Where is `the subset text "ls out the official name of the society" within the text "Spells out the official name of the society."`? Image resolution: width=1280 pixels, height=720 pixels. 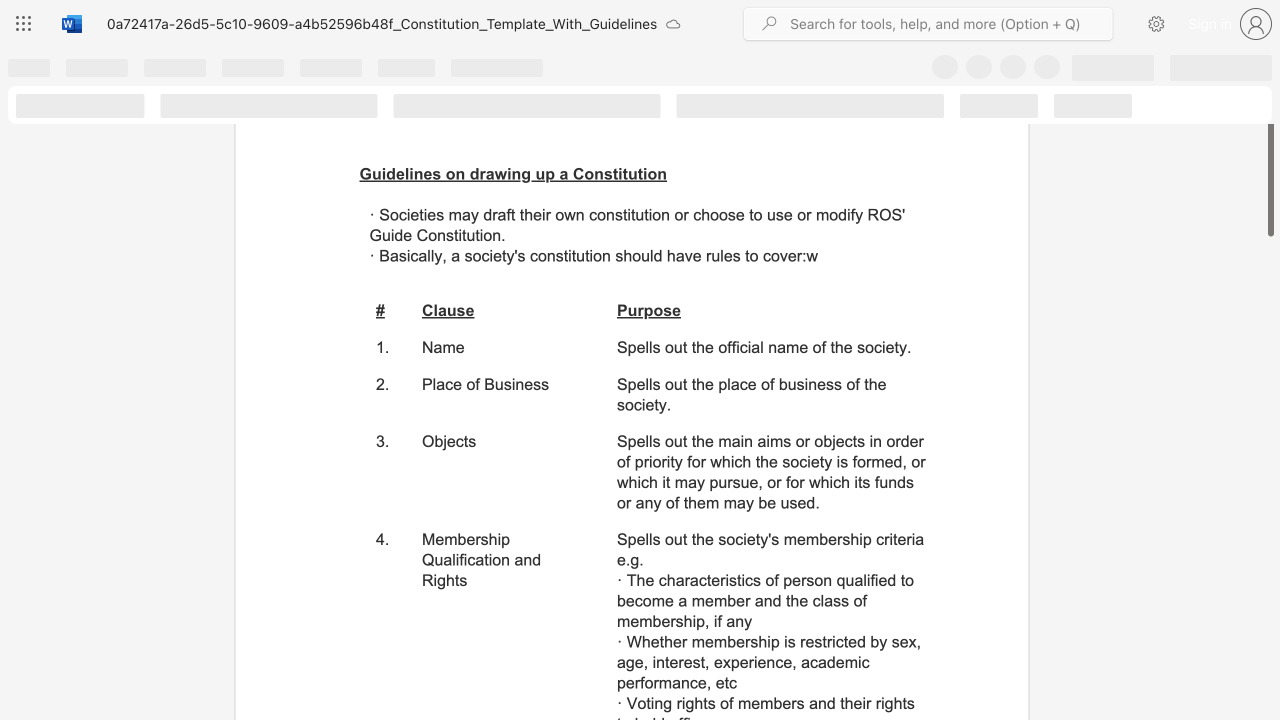 the subset text "ls out the official name of the society" within the text "Spells out the official name of the society." is located at coordinates (648, 346).